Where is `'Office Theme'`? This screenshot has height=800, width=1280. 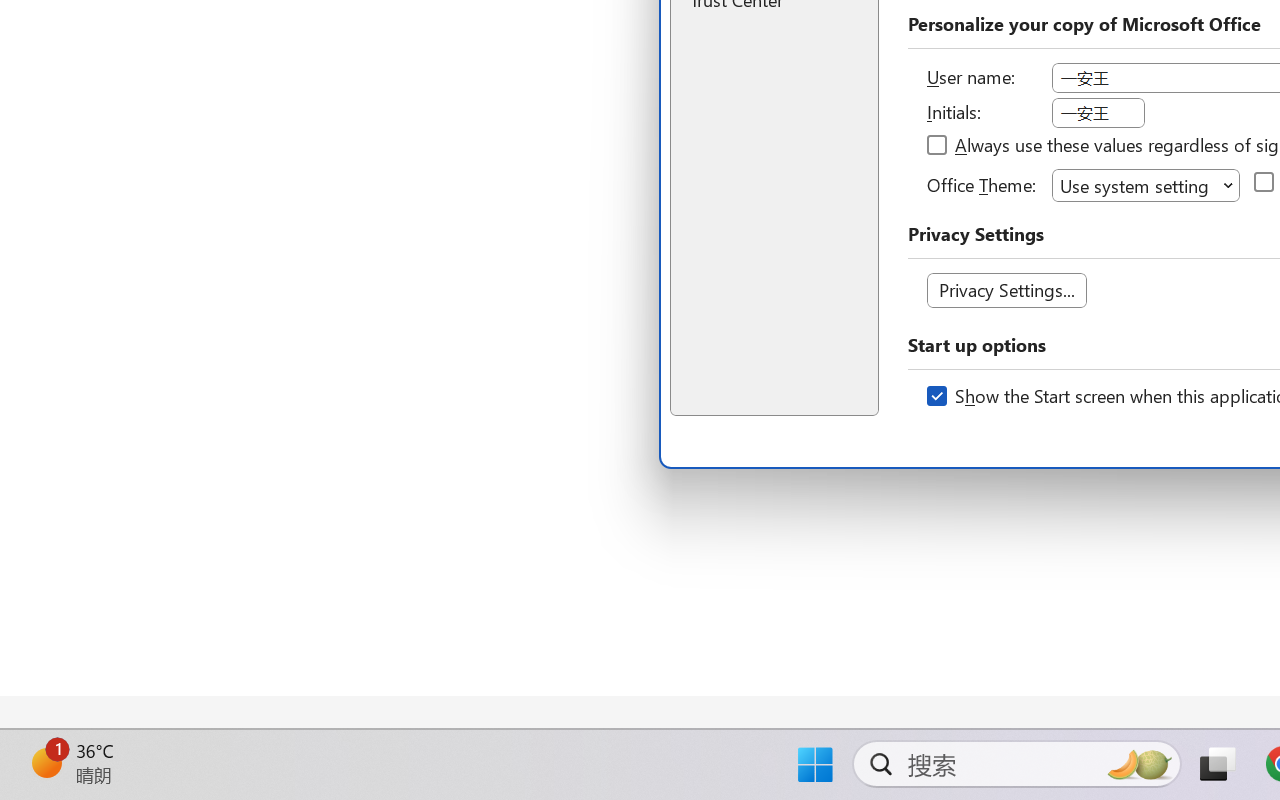 'Office Theme' is located at coordinates (1146, 184).